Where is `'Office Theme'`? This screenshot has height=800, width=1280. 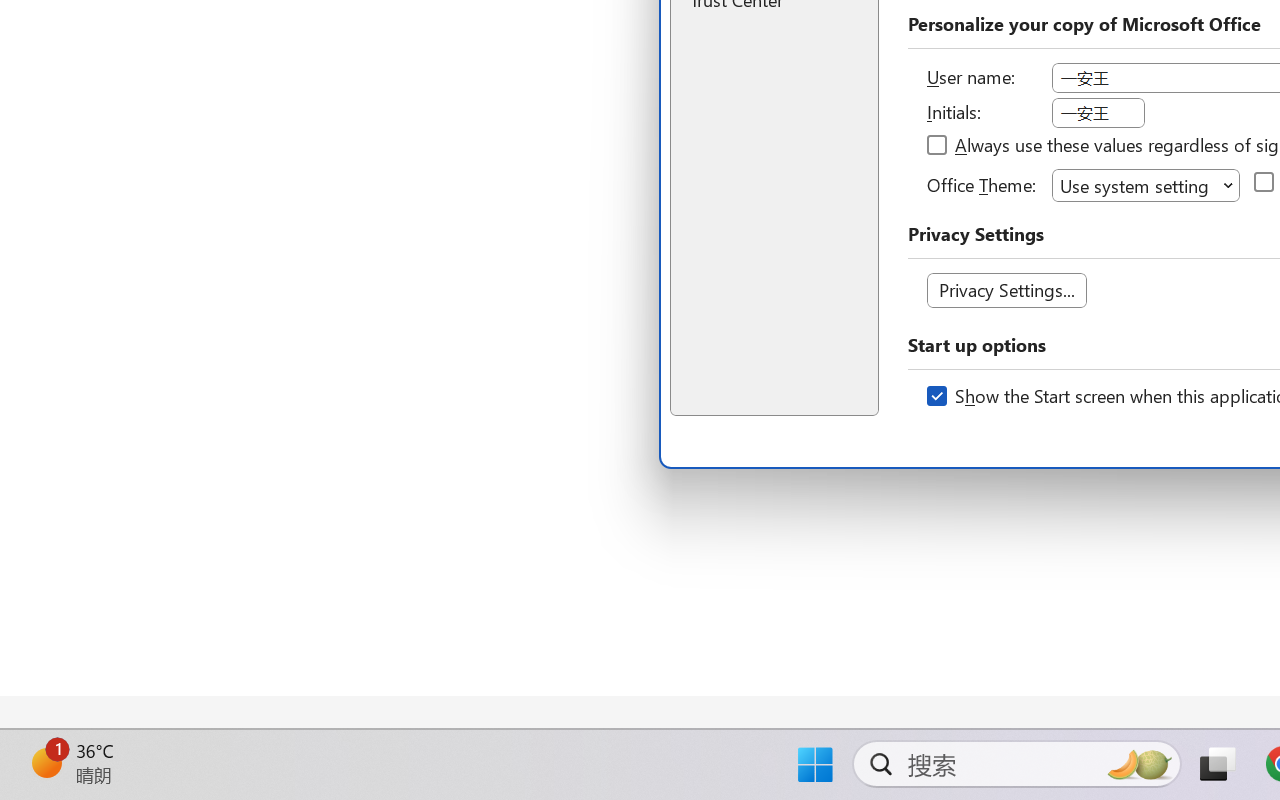 'Office Theme' is located at coordinates (1146, 184).